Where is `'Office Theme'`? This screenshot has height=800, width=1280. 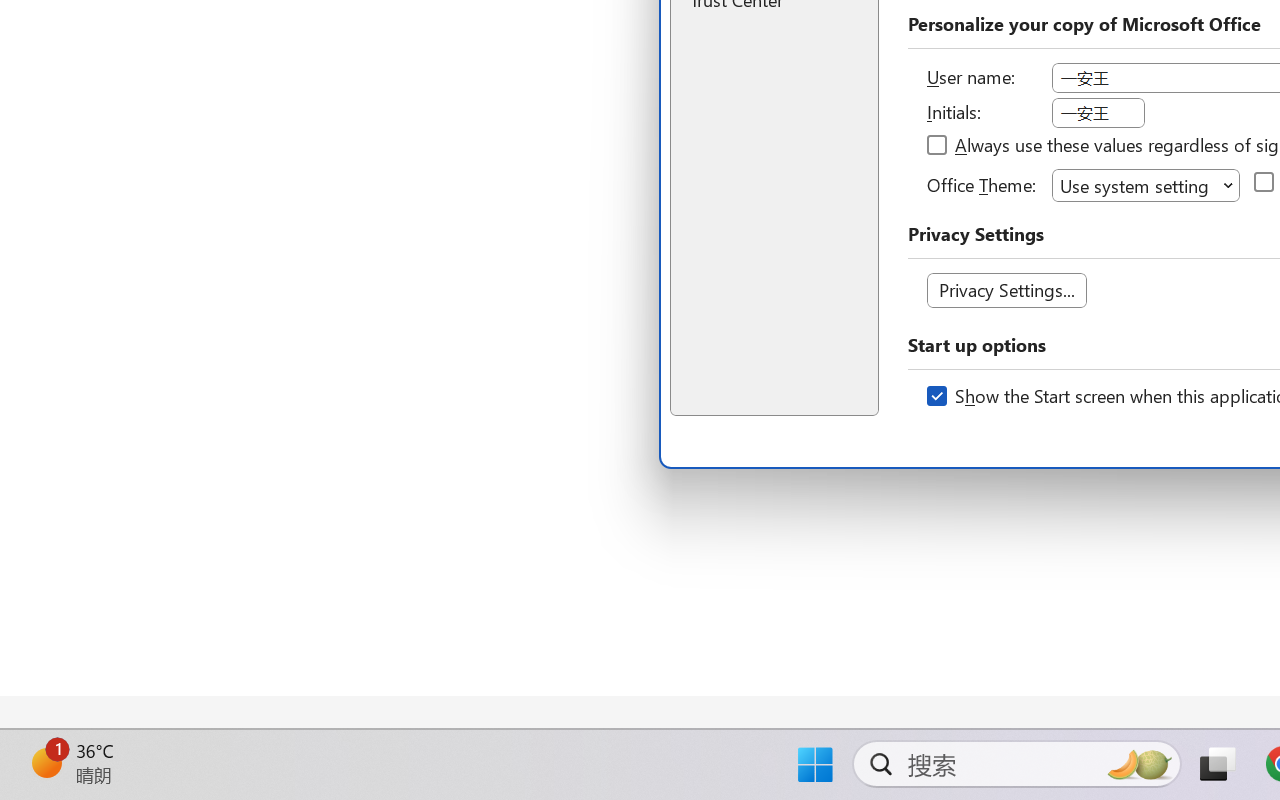 'Office Theme' is located at coordinates (1146, 184).